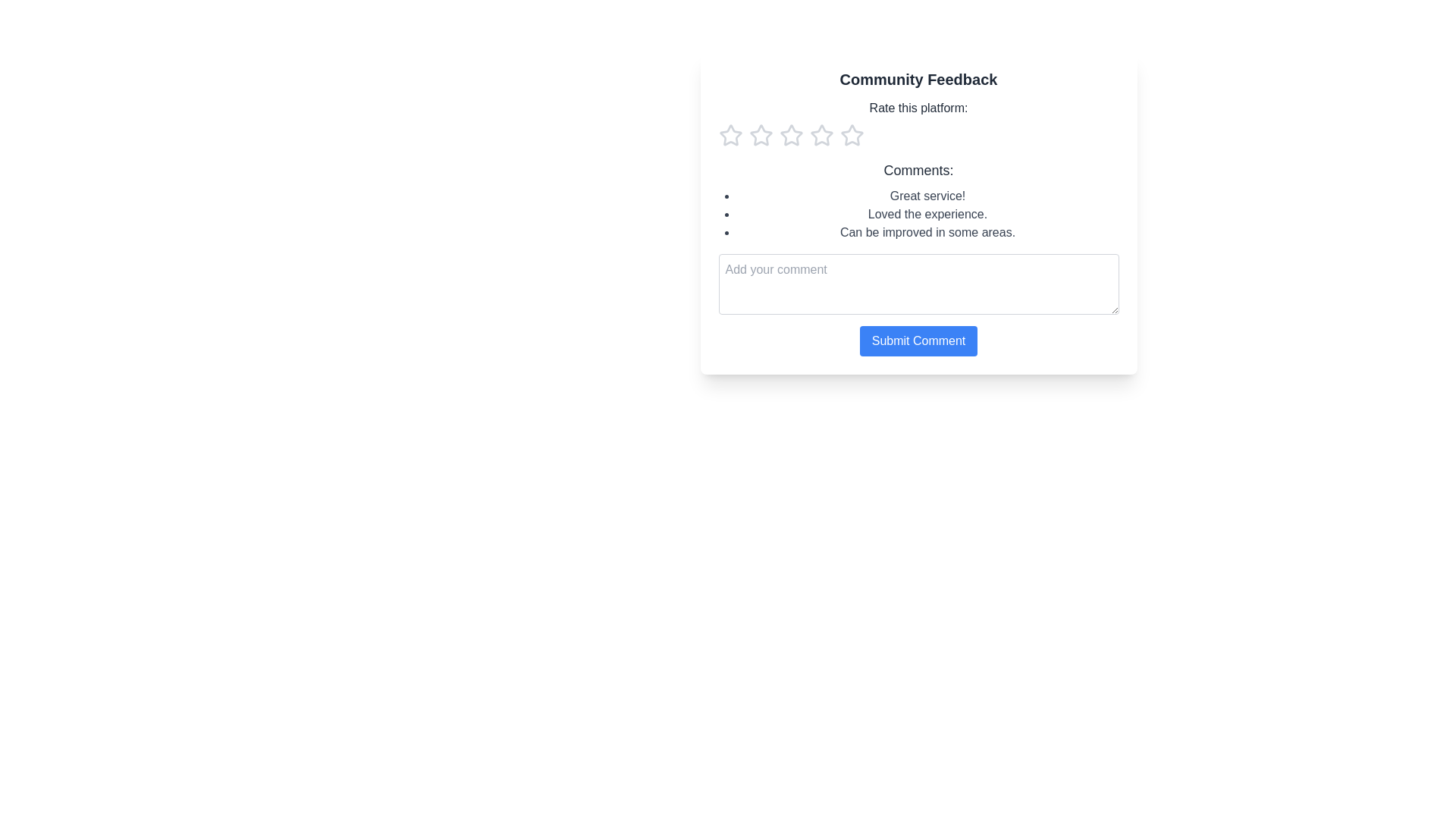 This screenshot has height=819, width=1456. What do you see at coordinates (730, 134) in the screenshot?
I see `the star rating icon, which is the first star in the five-star rating component under the heading 'Rate this platform:'` at bounding box center [730, 134].